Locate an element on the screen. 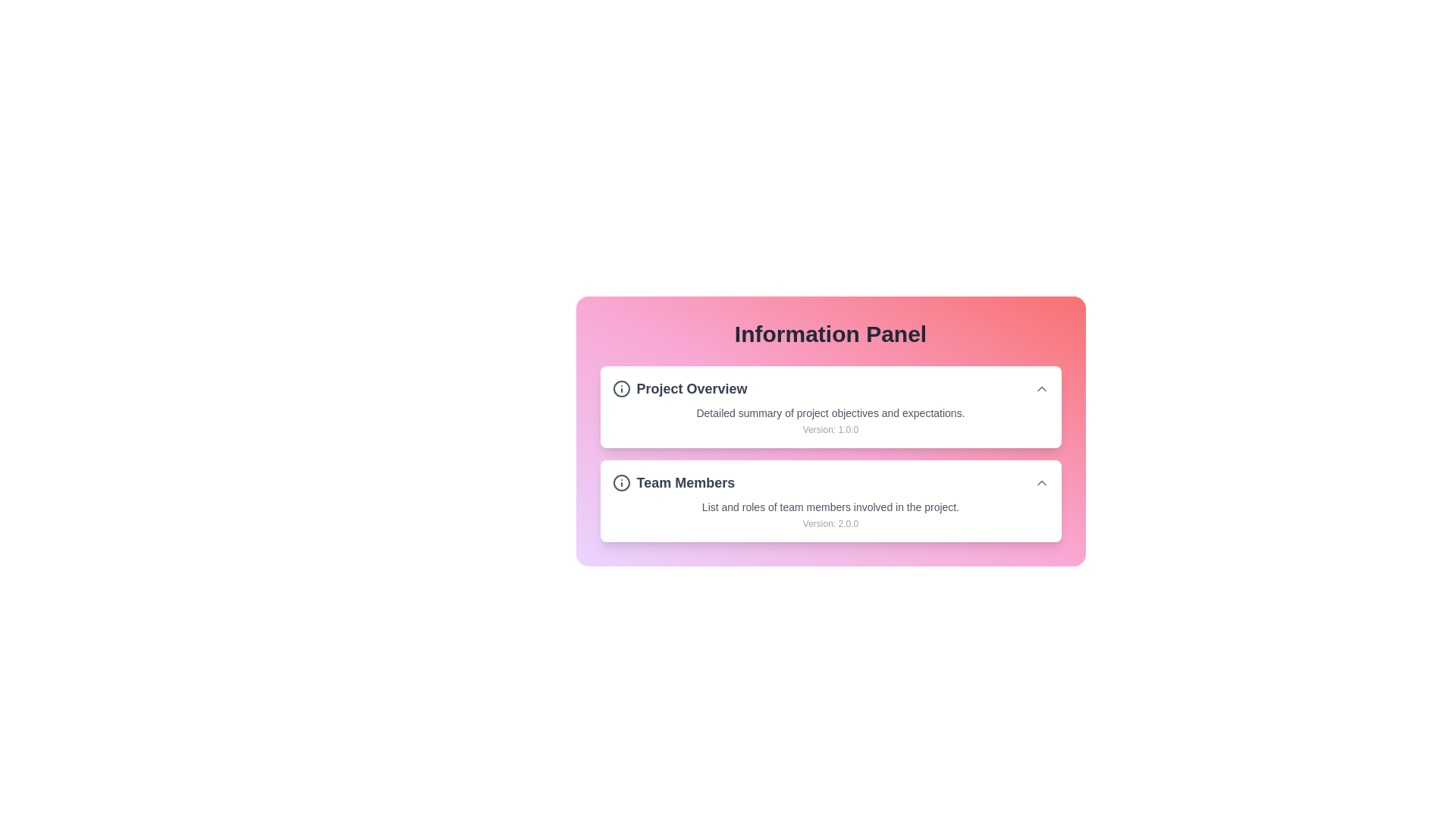  the chevron-up button located at the far right of the 'Project Overview' section header is located at coordinates (1040, 388).